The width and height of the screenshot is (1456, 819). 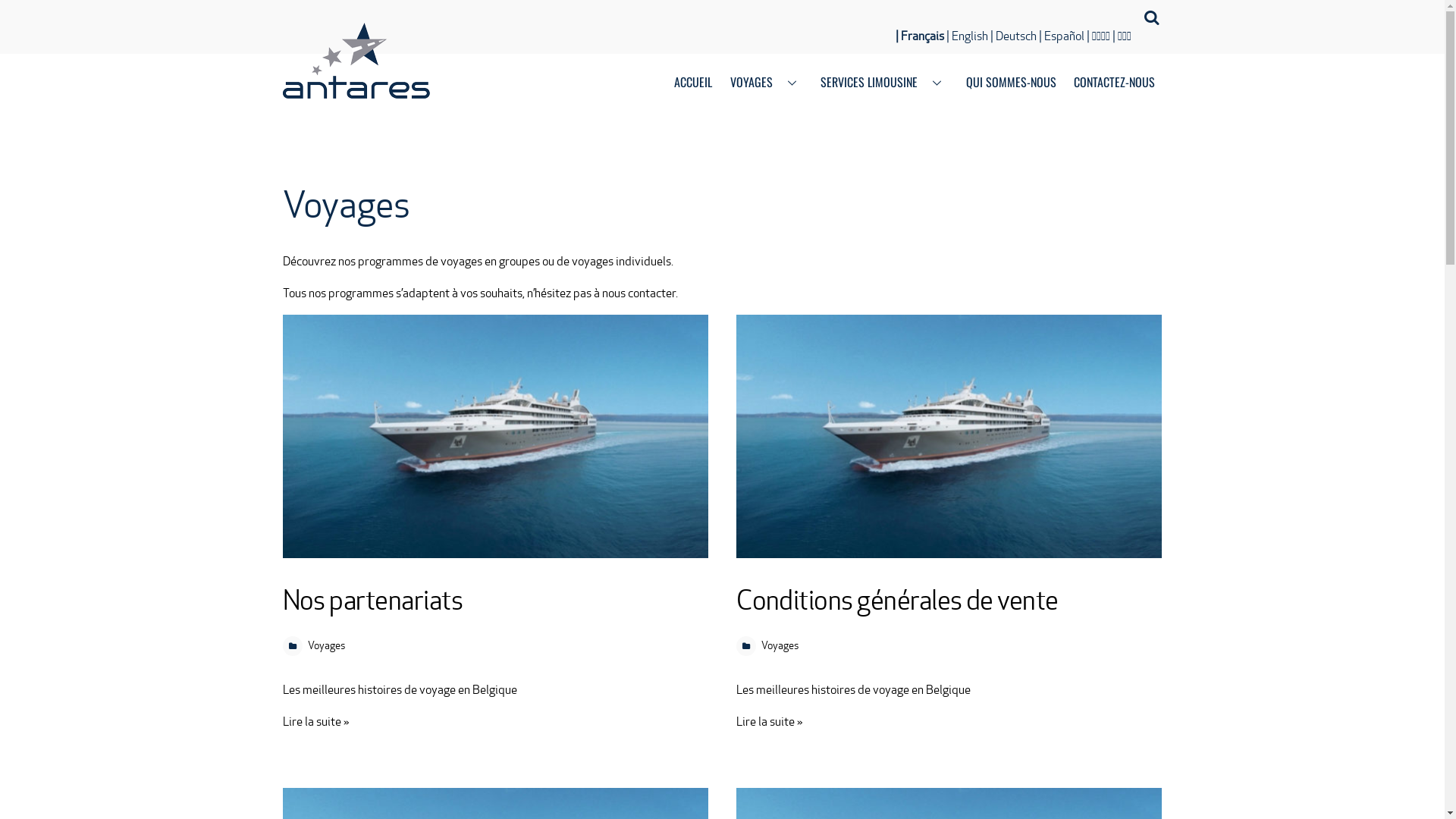 I want to click on 'SERVICES LIMOUSINE', so click(x=884, y=83).